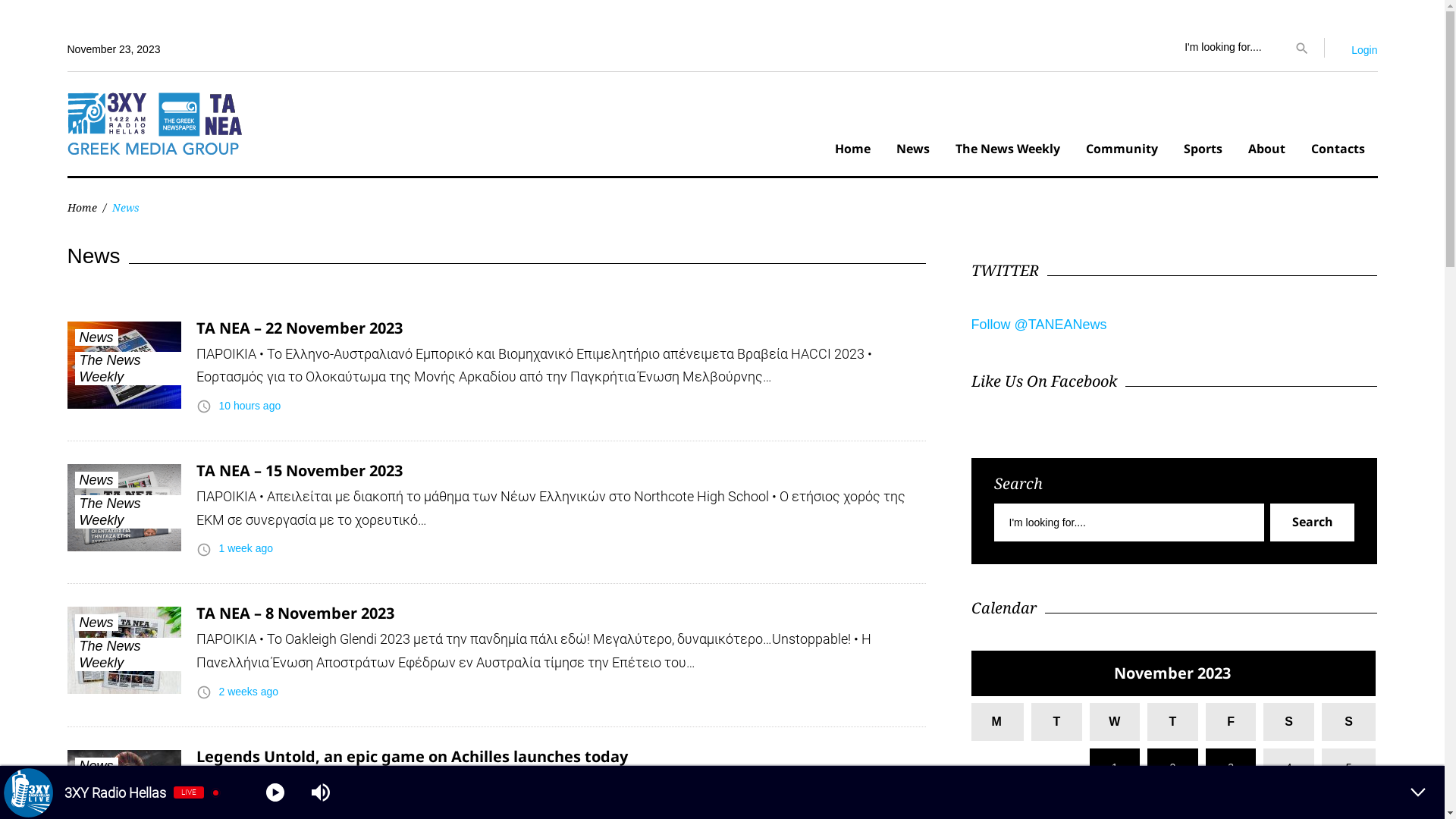 The image size is (1456, 819). Describe the element at coordinates (246, 548) in the screenshot. I see `'1 week ago'` at that location.